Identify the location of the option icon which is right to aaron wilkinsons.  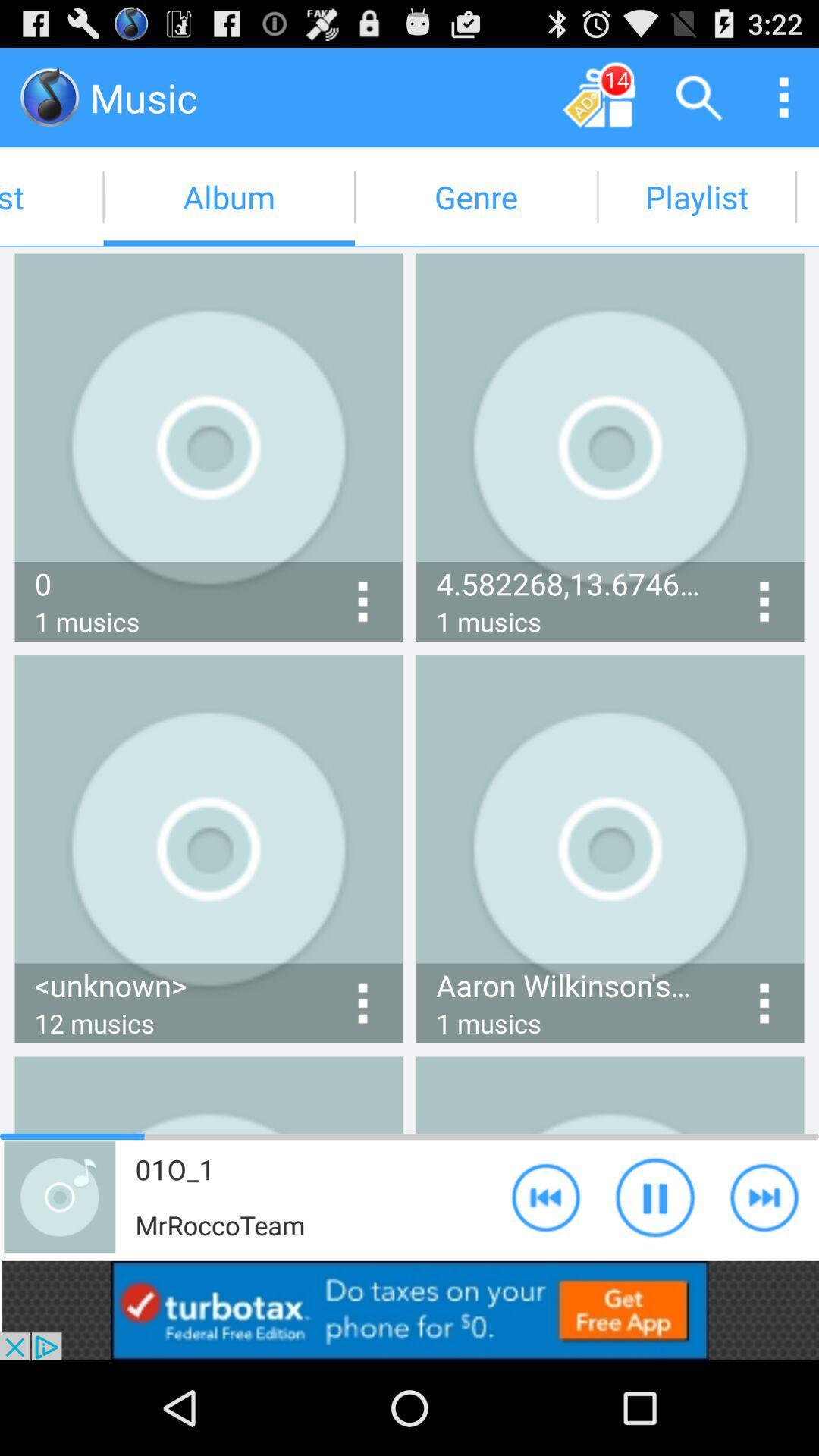
(764, 1003).